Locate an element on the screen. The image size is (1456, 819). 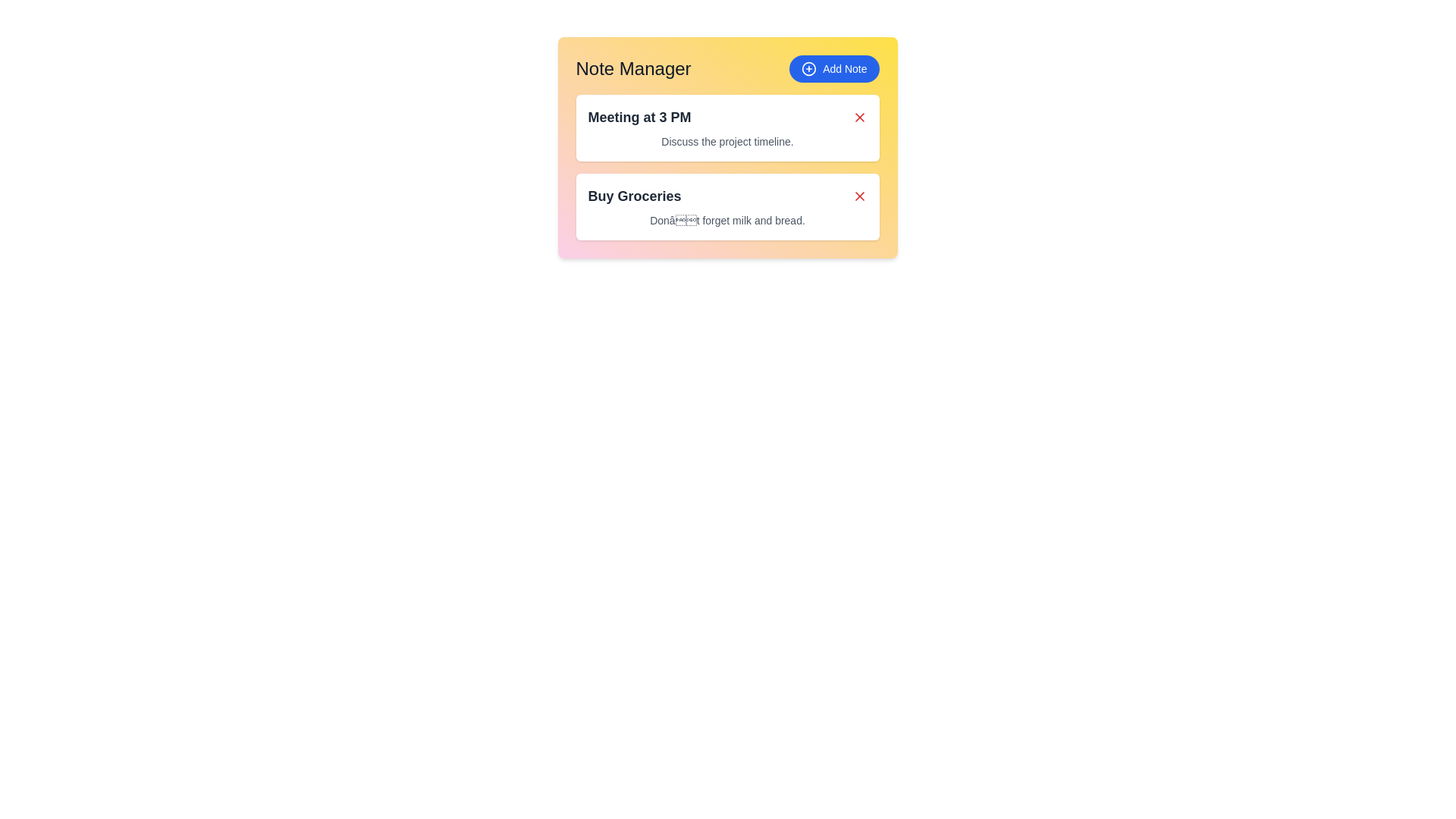
the note title 'Meeting at 3 PM' is located at coordinates (639, 116).